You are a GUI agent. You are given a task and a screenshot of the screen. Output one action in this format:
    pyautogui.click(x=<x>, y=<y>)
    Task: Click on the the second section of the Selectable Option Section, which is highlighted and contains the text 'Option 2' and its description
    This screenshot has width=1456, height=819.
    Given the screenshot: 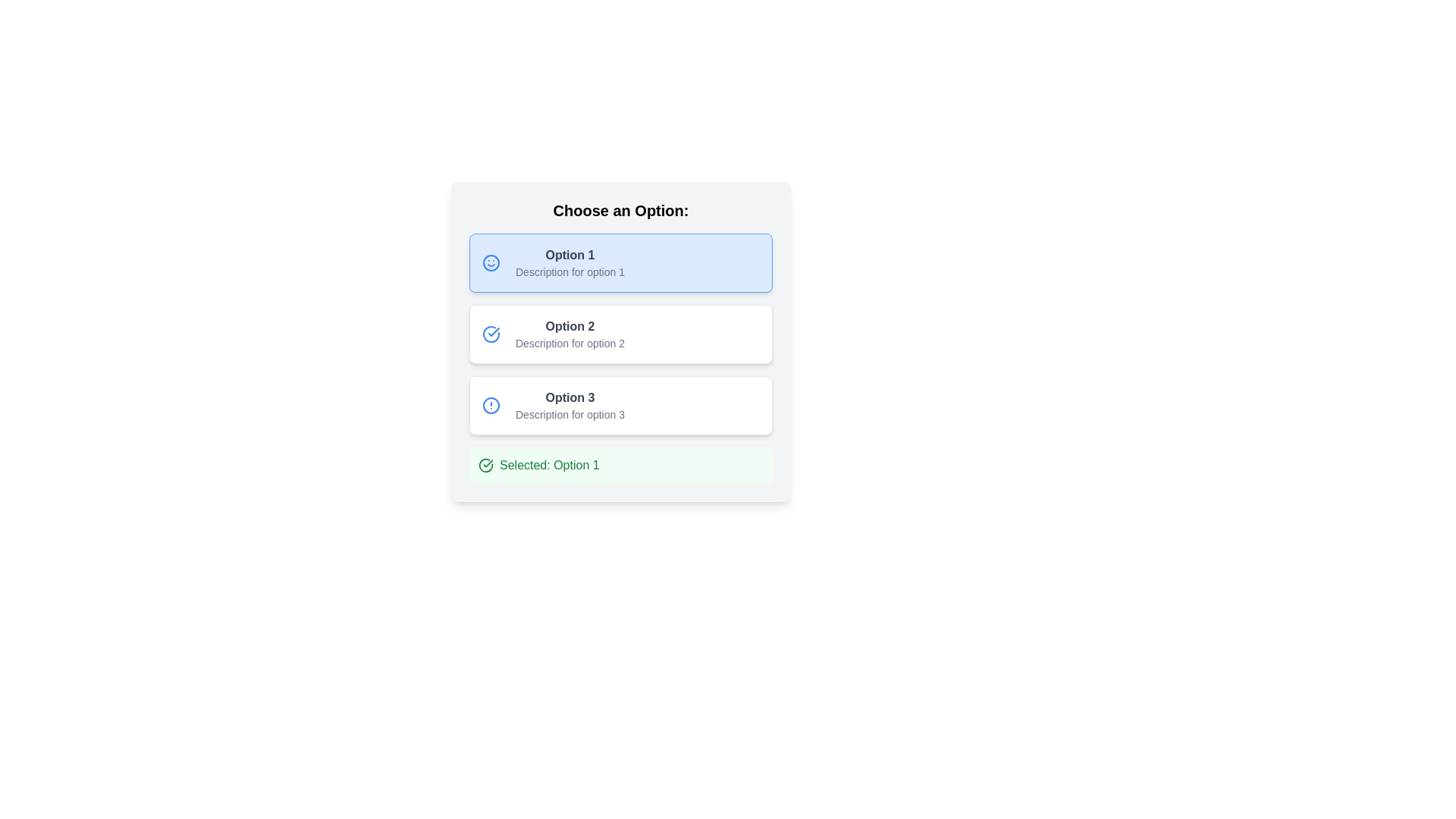 What is the action you would take?
    pyautogui.click(x=621, y=333)
    